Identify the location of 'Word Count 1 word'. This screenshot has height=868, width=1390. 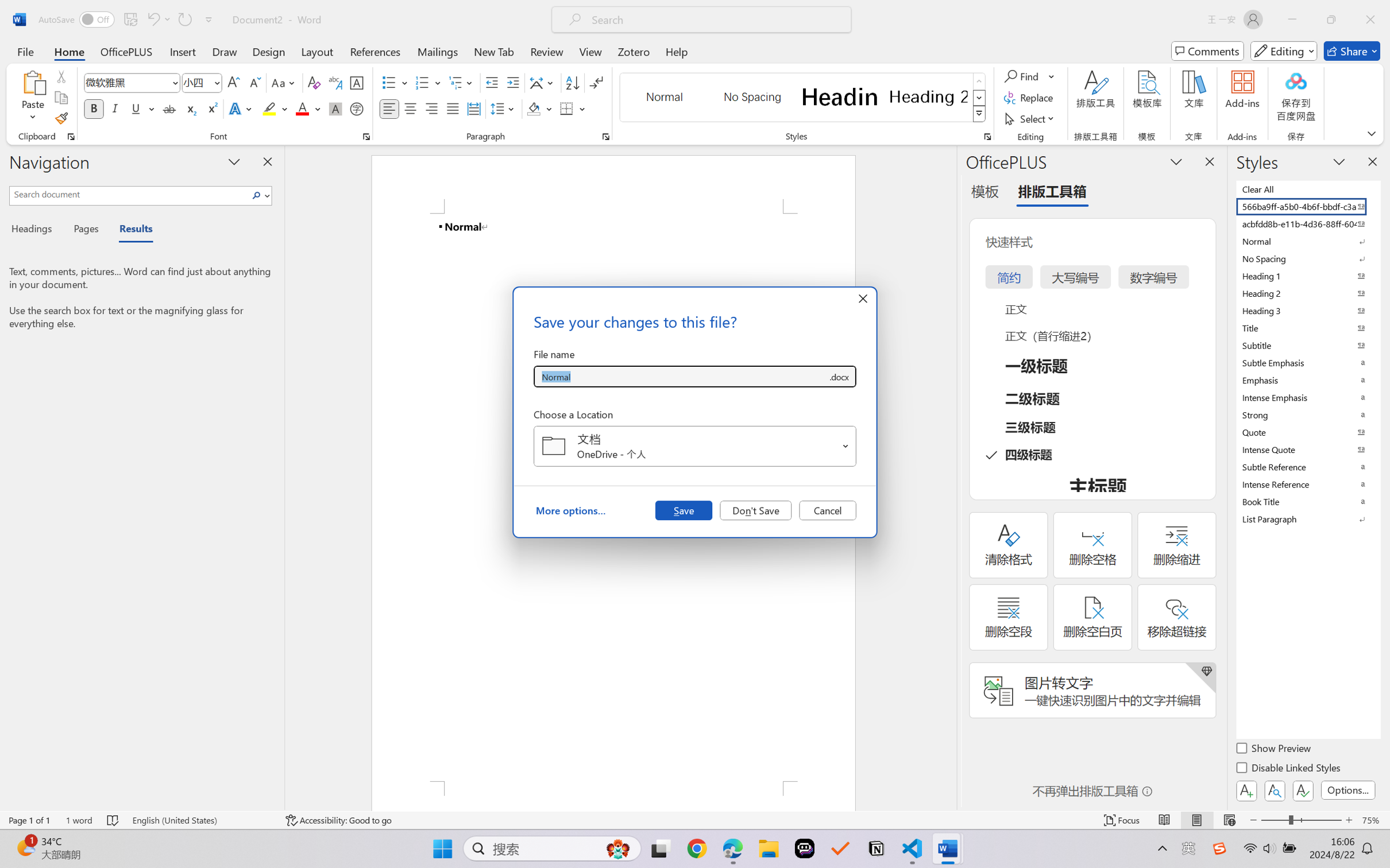
(79, 820).